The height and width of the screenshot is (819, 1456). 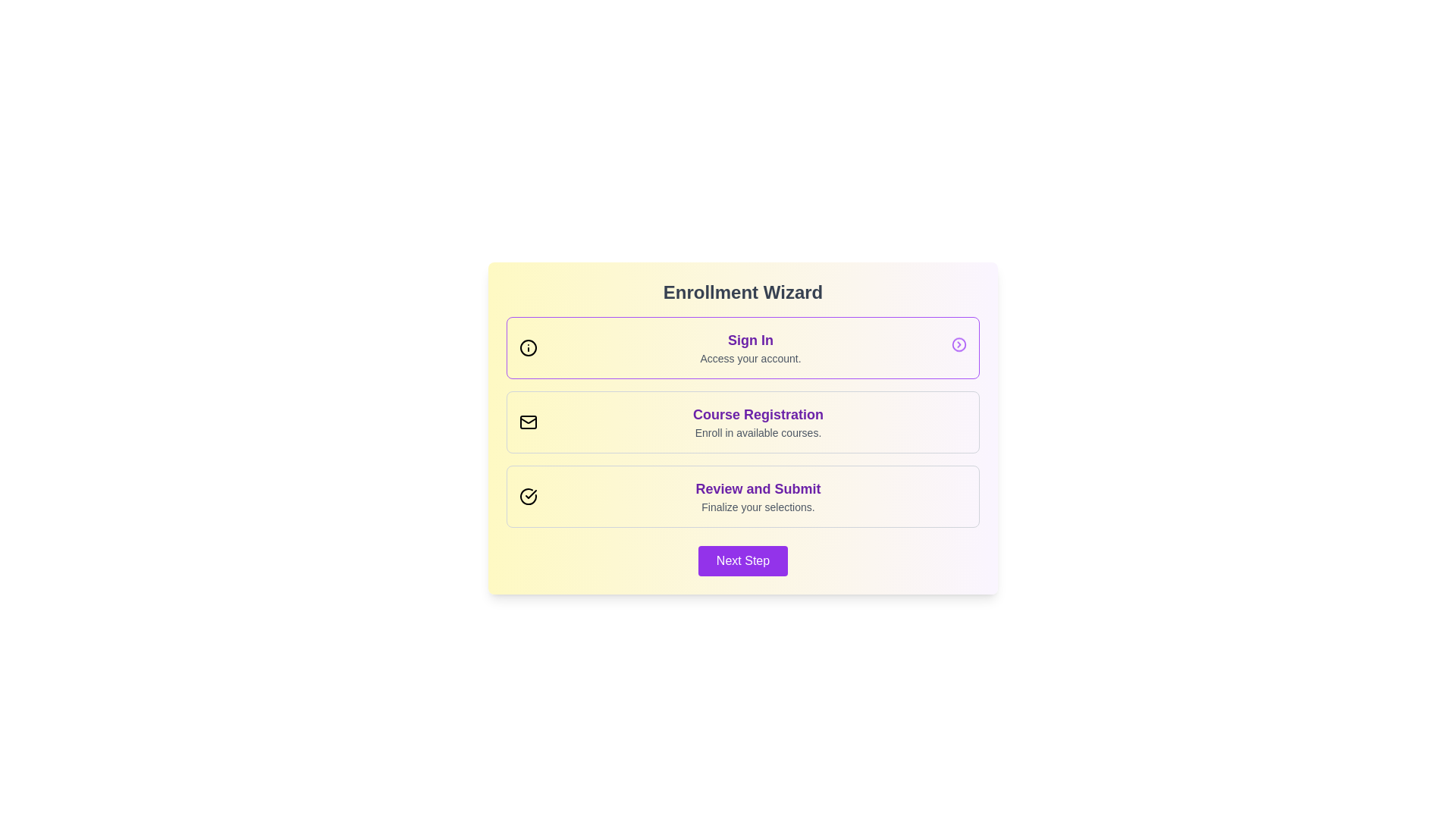 I want to click on the circular icon outlined in purple, located to the right of the 'Sign In' section text in the 'Enrollment Wizard' interface, so click(x=959, y=346).